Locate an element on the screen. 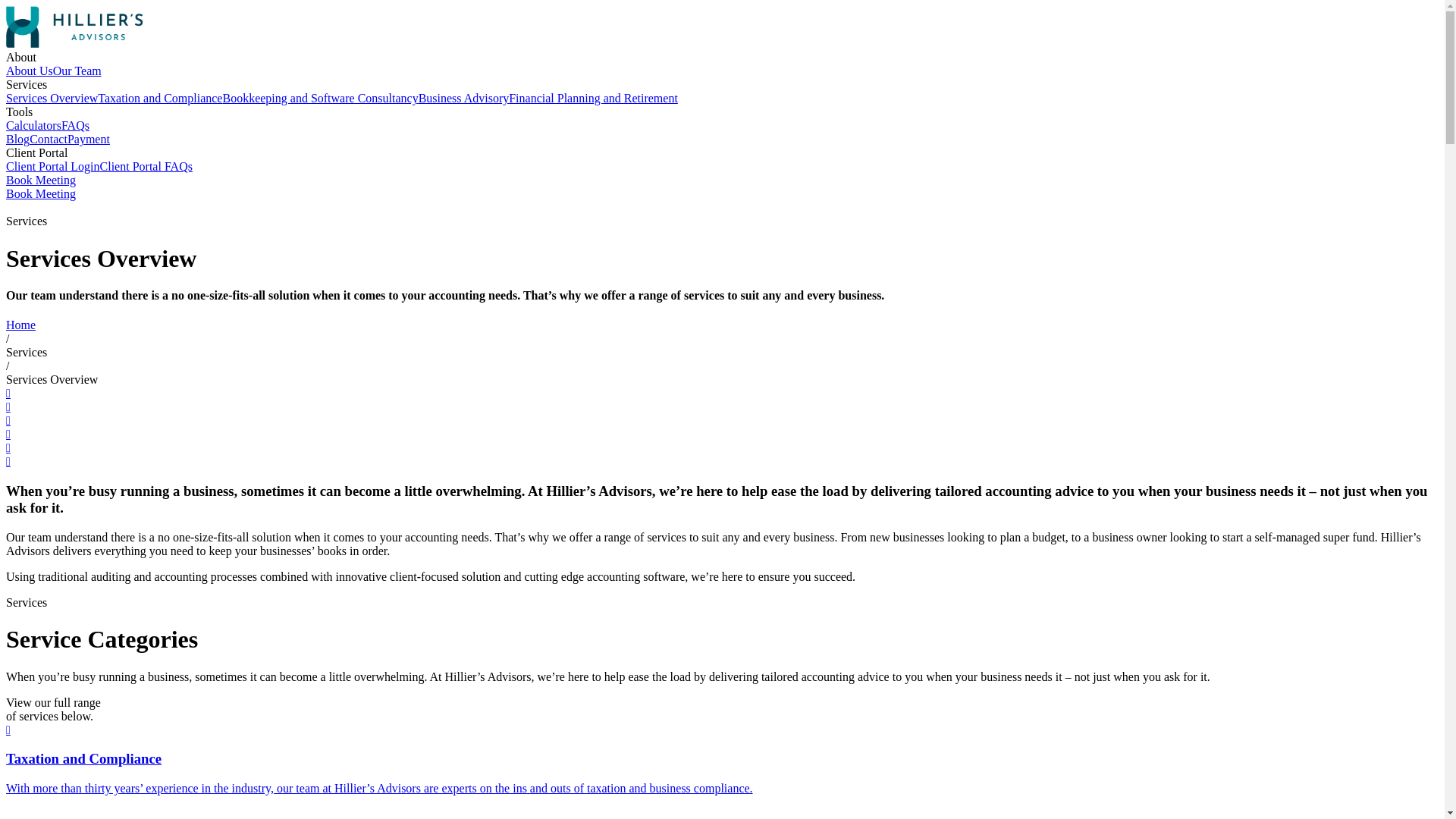 The width and height of the screenshot is (1456, 819). 'Payment' is located at coordinates (67, 139).